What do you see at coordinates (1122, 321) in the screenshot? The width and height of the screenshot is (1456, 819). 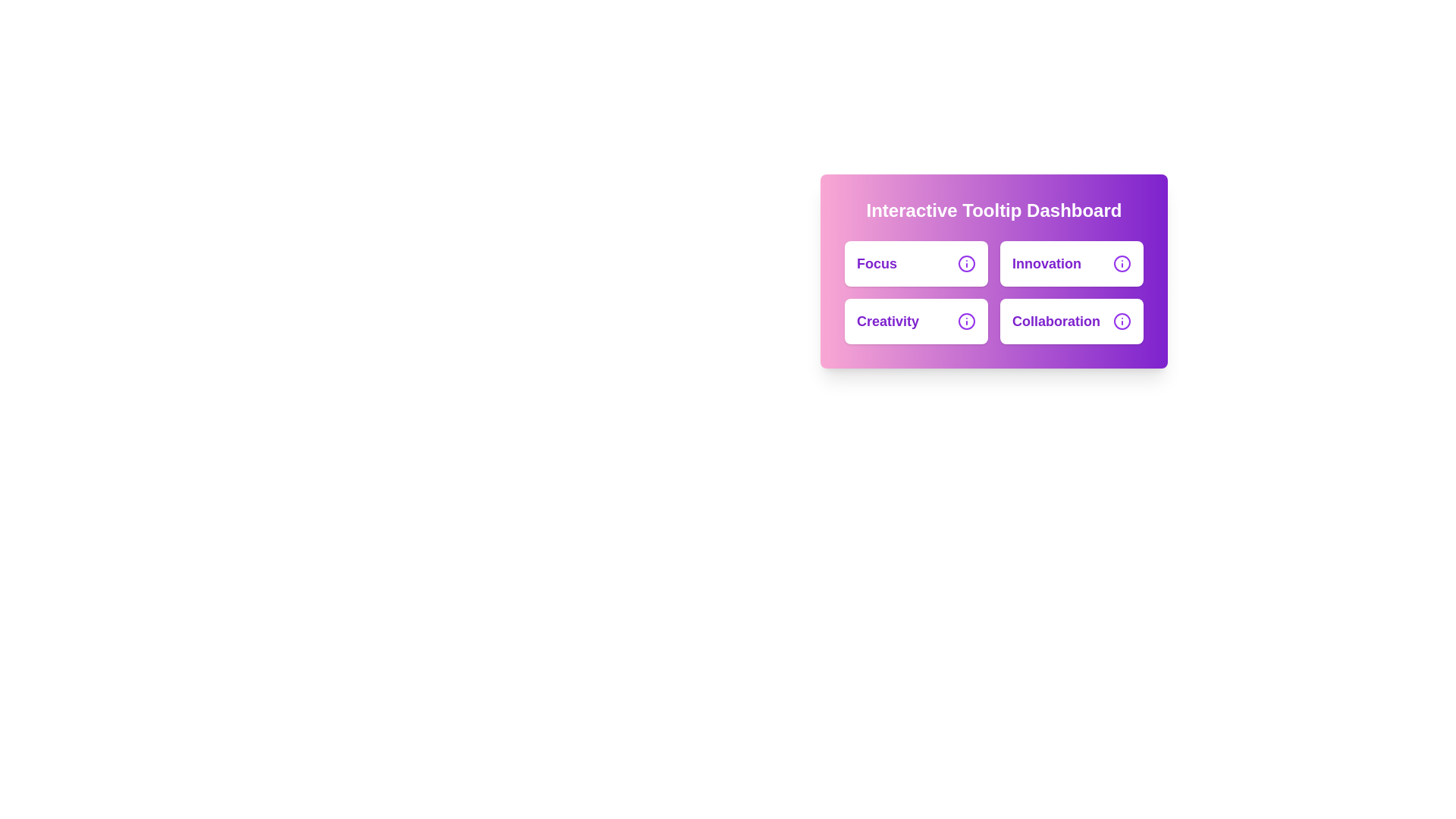 I see `the circular element with a purple border, which is part of the 'info' icon located at the bottom-right corner of the 'Collaboration' block on the main purple dashboard` at bounding box center [1122, 321].